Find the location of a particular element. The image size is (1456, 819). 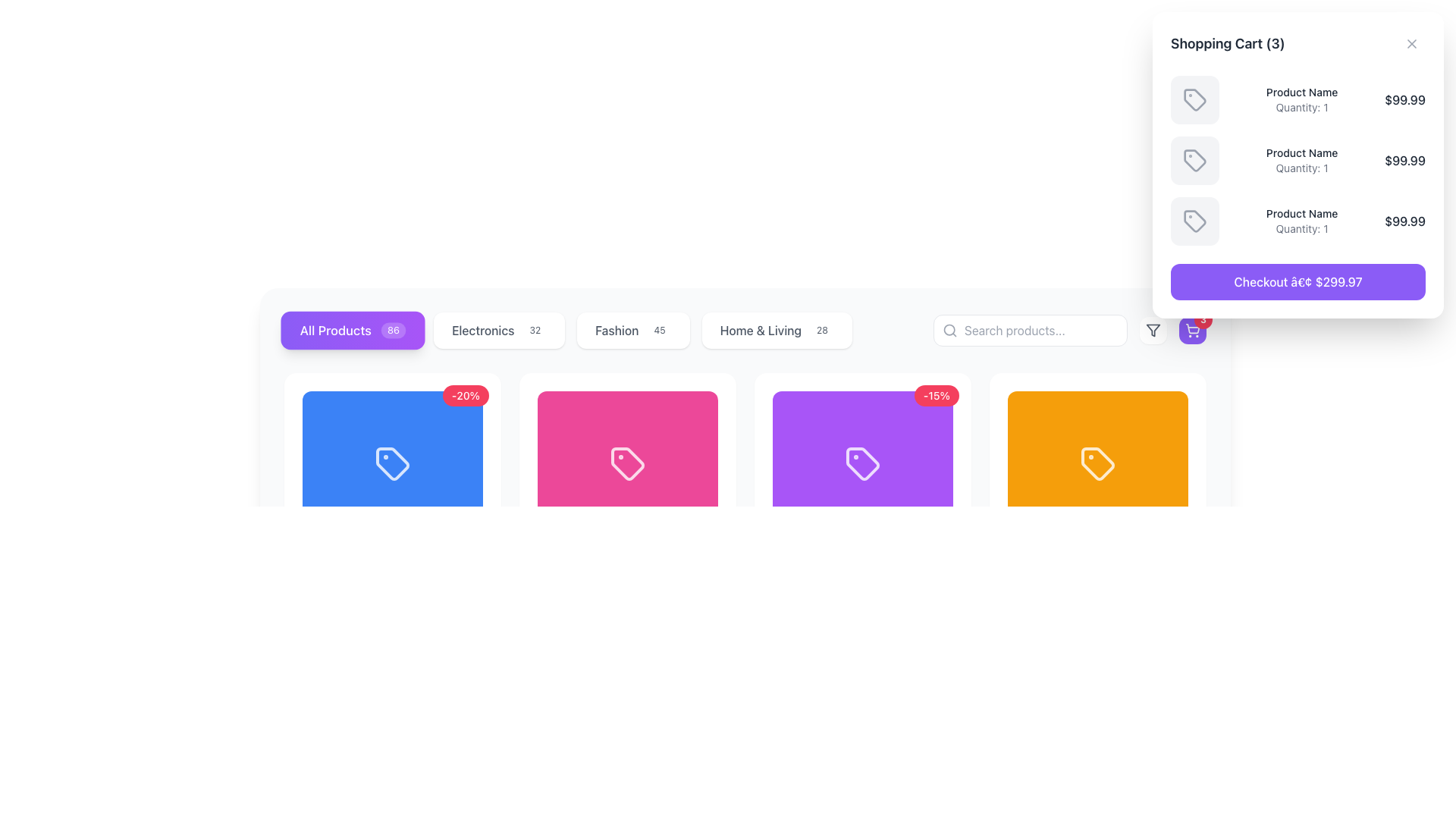

the specific category button in the navigation menu located centrally below the horizontal toolbar to switch views is located at coordinates (567, 329).